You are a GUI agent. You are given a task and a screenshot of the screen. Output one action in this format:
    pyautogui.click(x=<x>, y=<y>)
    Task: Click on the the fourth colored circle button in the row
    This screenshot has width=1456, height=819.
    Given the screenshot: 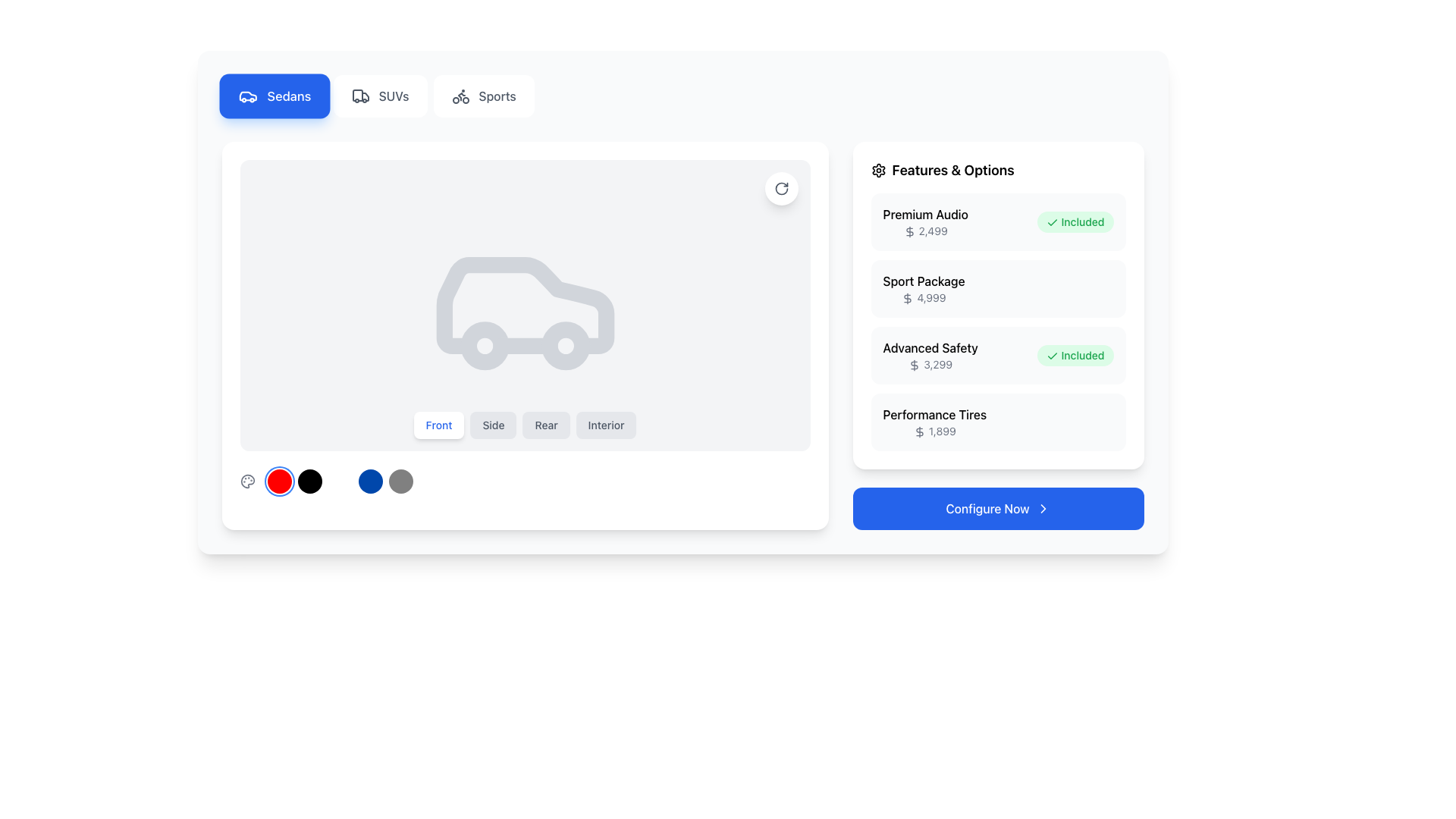 What is the action you would take?
    pyautogui.click(x=370, y=482)
    